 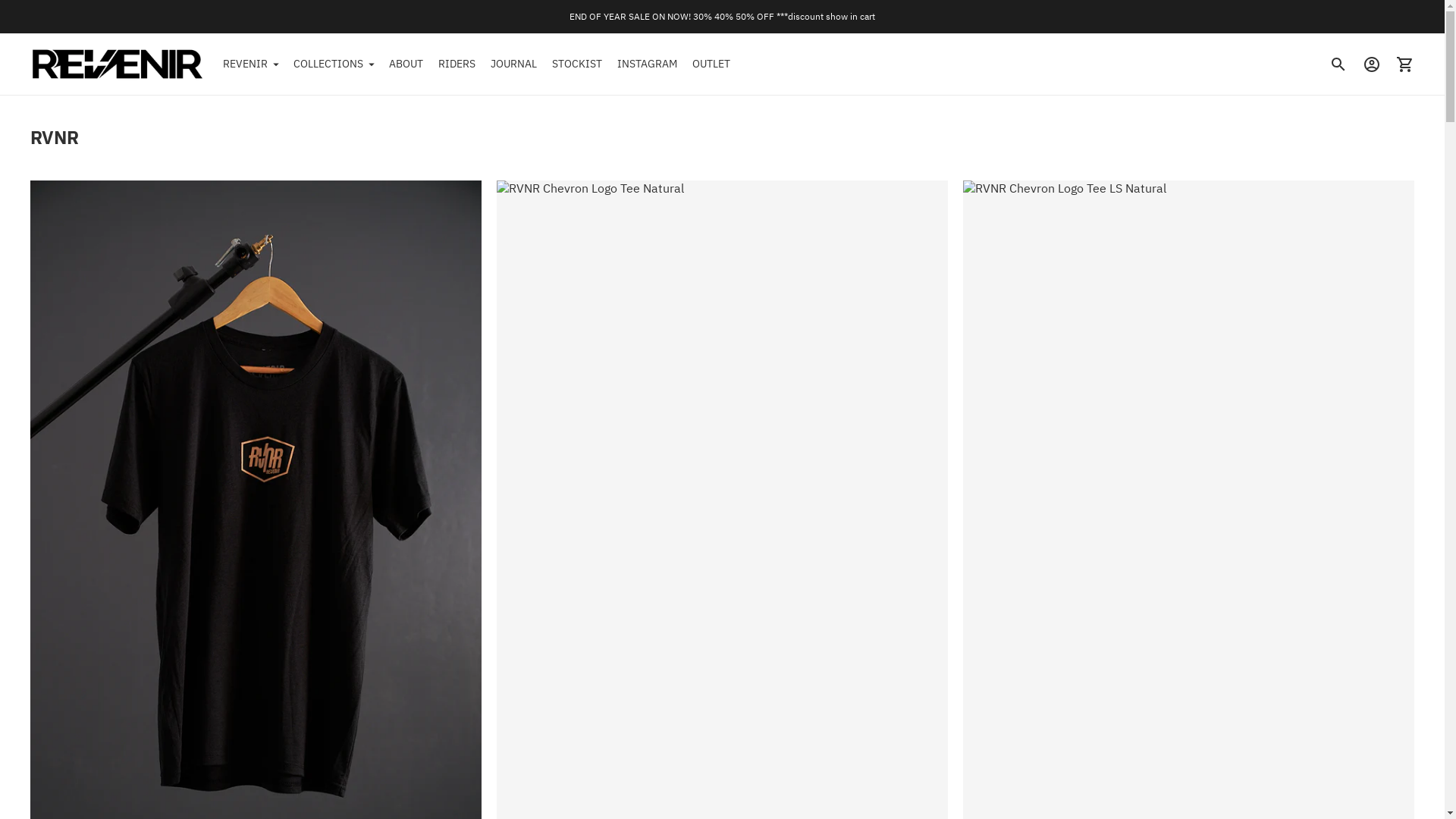 What do you see at coordinates (576, 63) in the screenshot?
I see `'STOCKIST'` at bounding box center [576, 63].